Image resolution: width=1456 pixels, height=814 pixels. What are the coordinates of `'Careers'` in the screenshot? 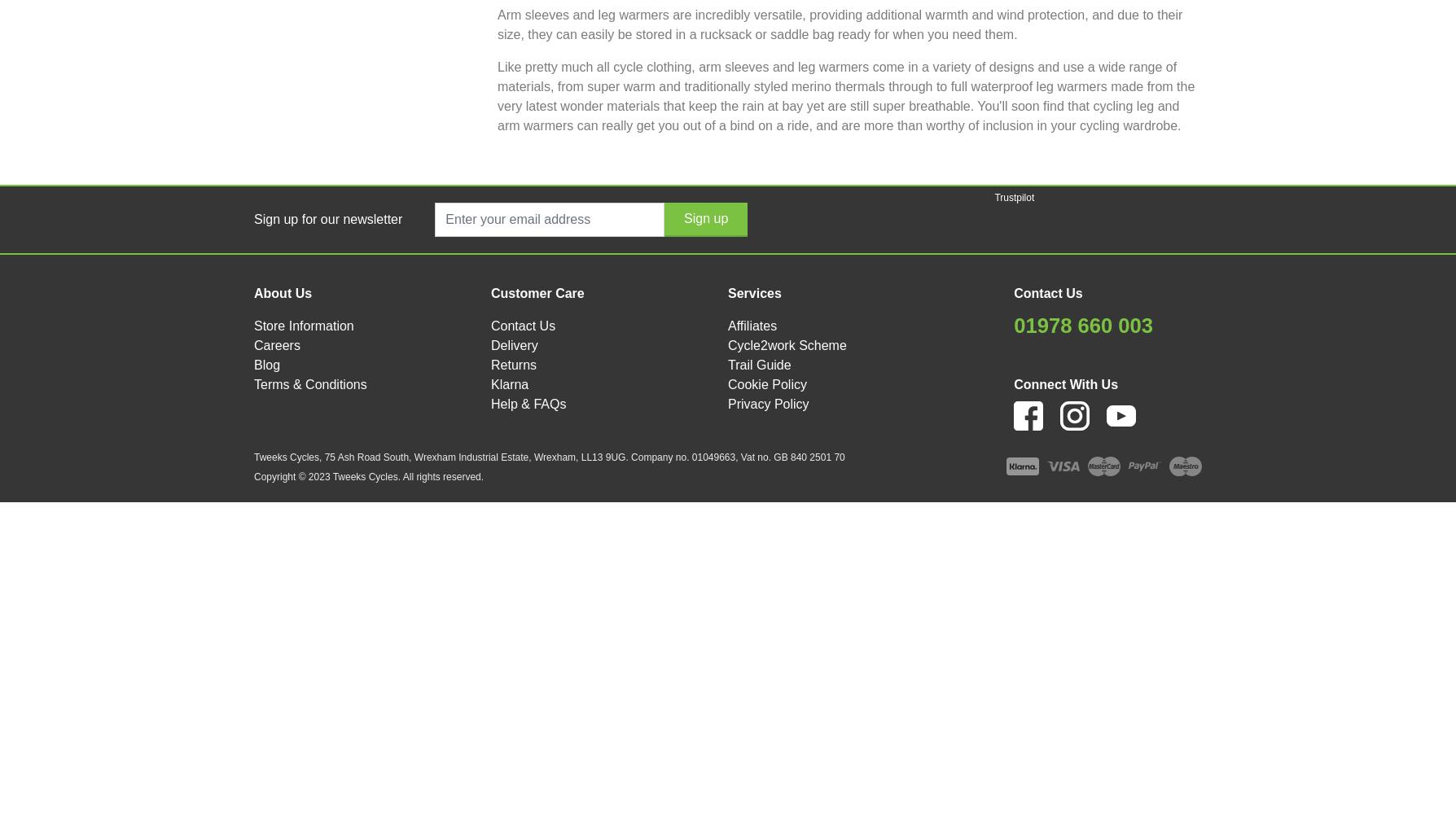 It's located at (276, 344).